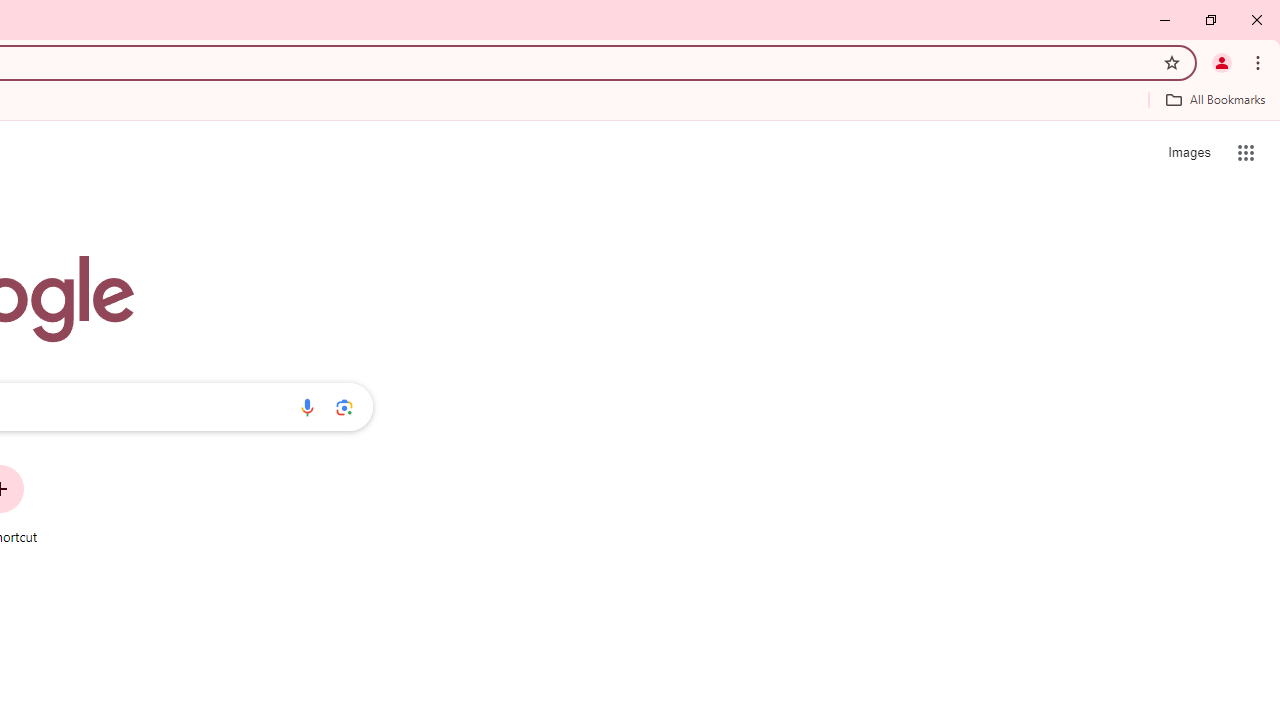 The height and width of the screenshot is (720, 1280). I want to click on 'Search by image', so click(344, 406).